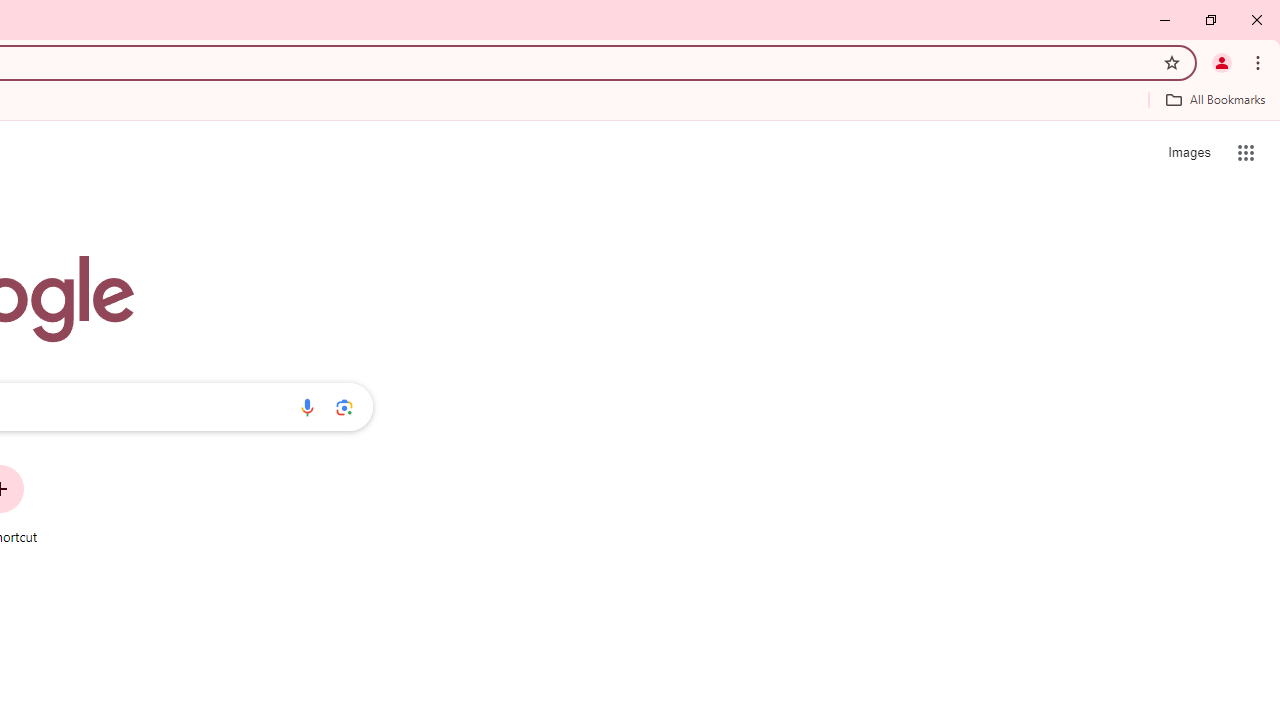 The height and width of the screenshot is (720, 1280). I want to click on 'Search by image', so click(344, 406).